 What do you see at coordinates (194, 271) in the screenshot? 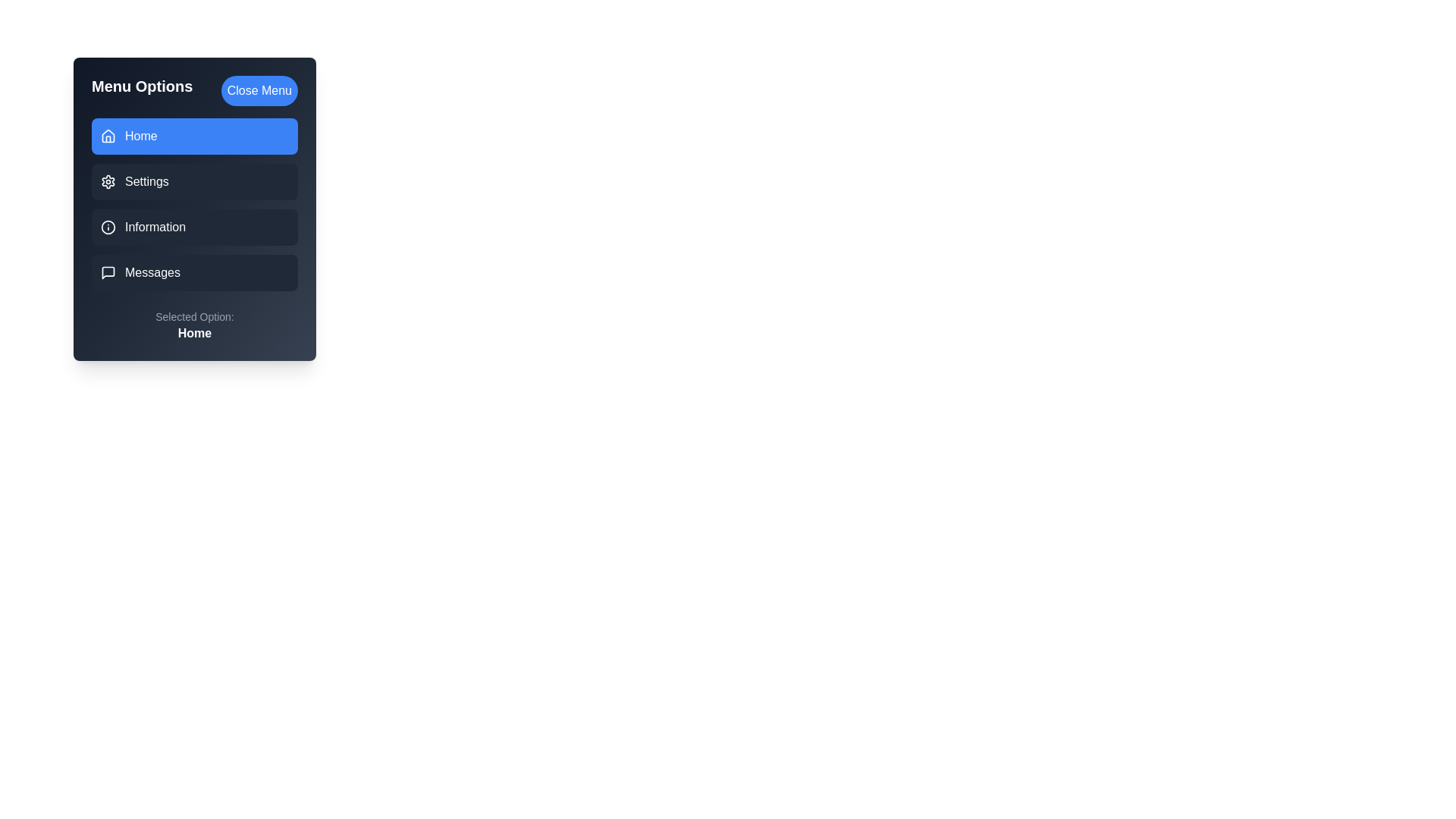
I see `the fourth menu item labeled 'Messages' in the vertical list of selectable options under 'Menu Options'` at bounding box center [194, 271].